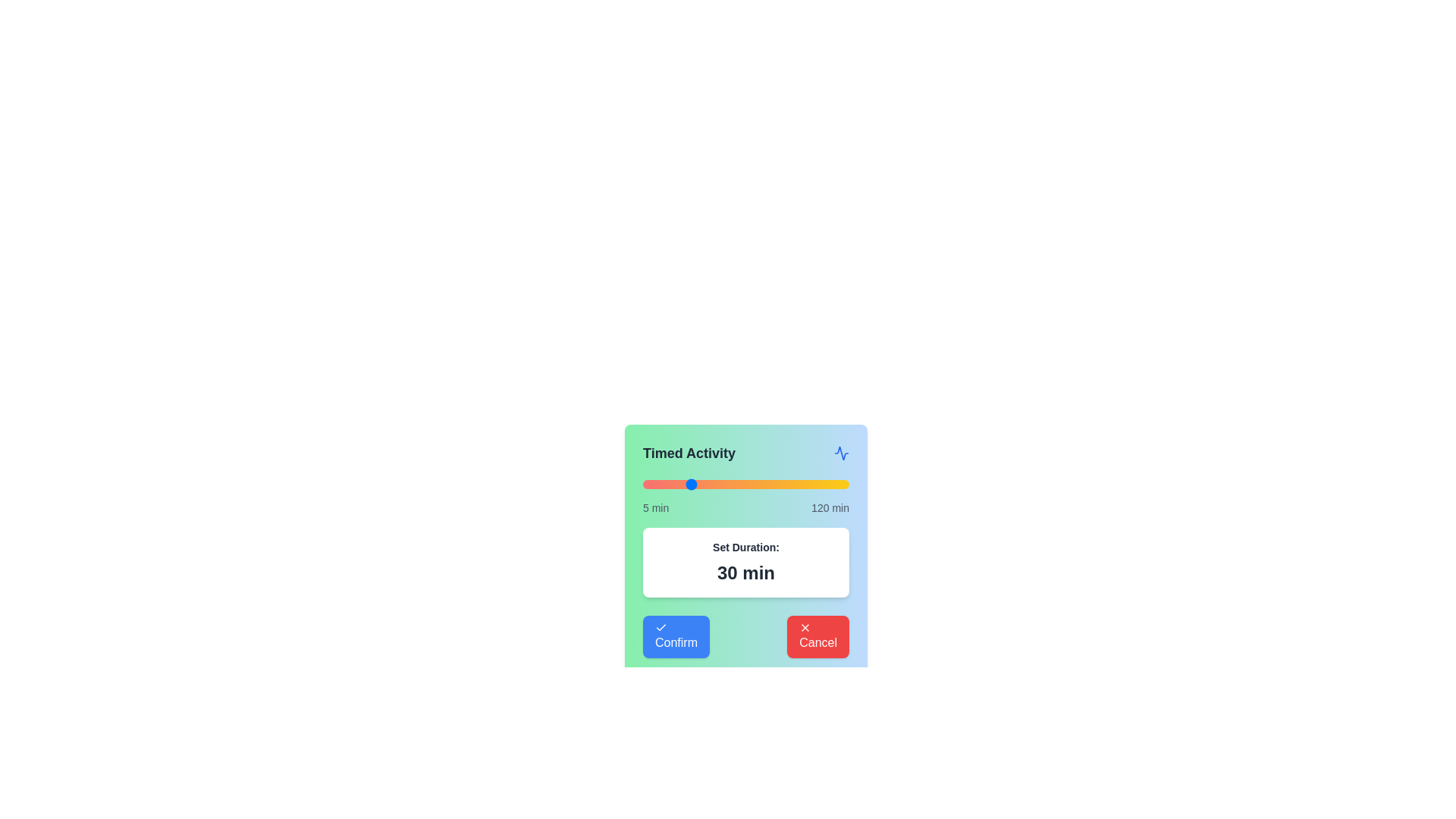 This screenshot has width=1456, height=819. What do you see at coordinates (817, 637) in the screenshot?
I see `the Cancel button to discard changes` at bounding box center [817, 637].